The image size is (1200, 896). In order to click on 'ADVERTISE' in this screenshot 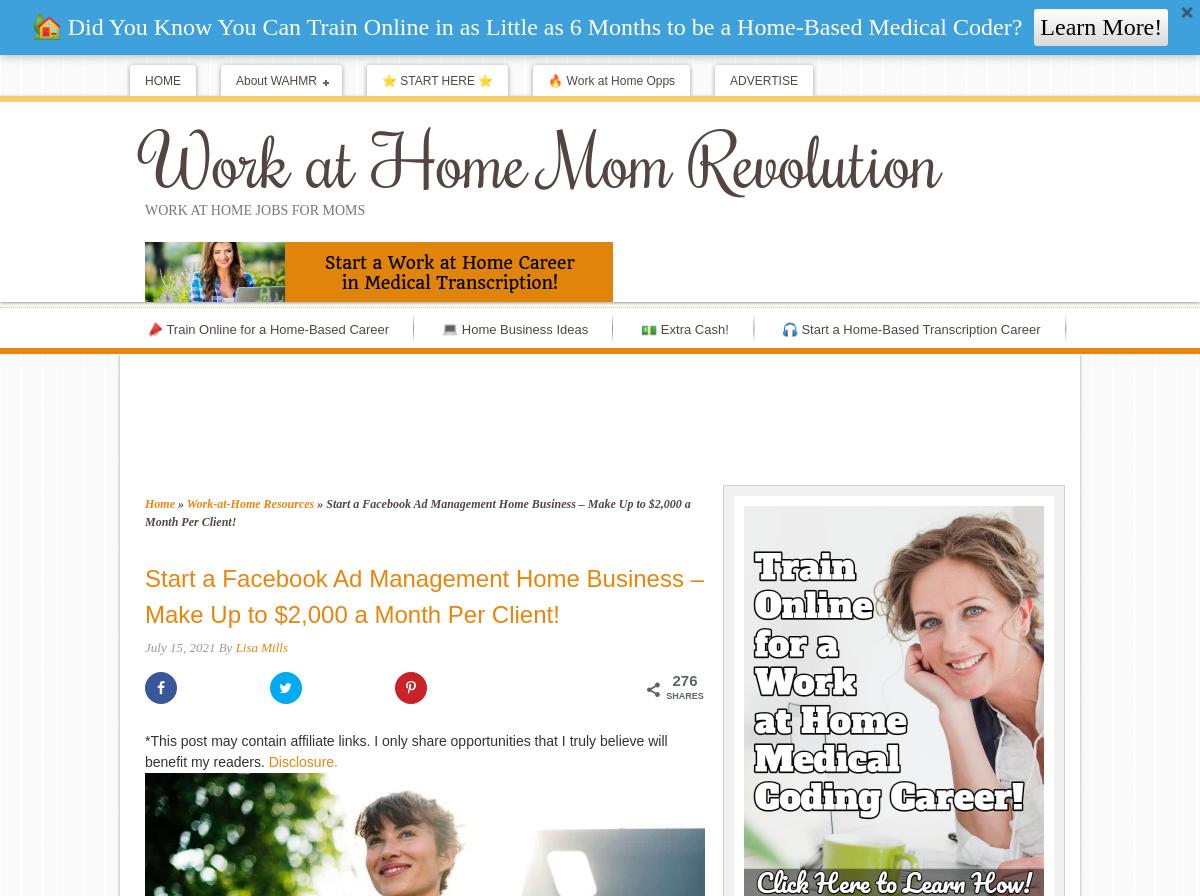, I will do `click(762, 80)`.